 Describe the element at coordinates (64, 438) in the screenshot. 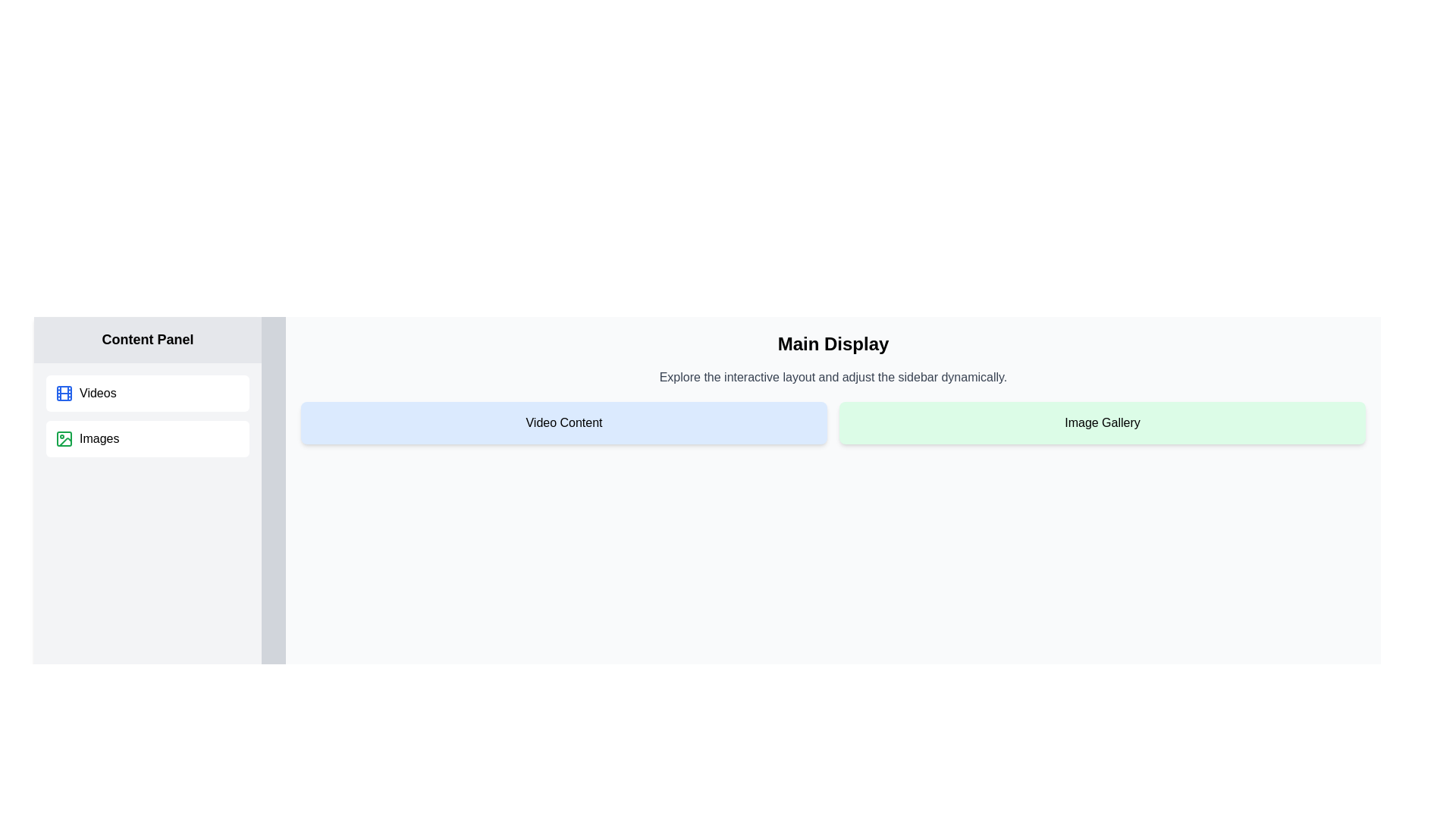

I see `the small rectangle with rounded corners that represents the 'Images' button` at that location.